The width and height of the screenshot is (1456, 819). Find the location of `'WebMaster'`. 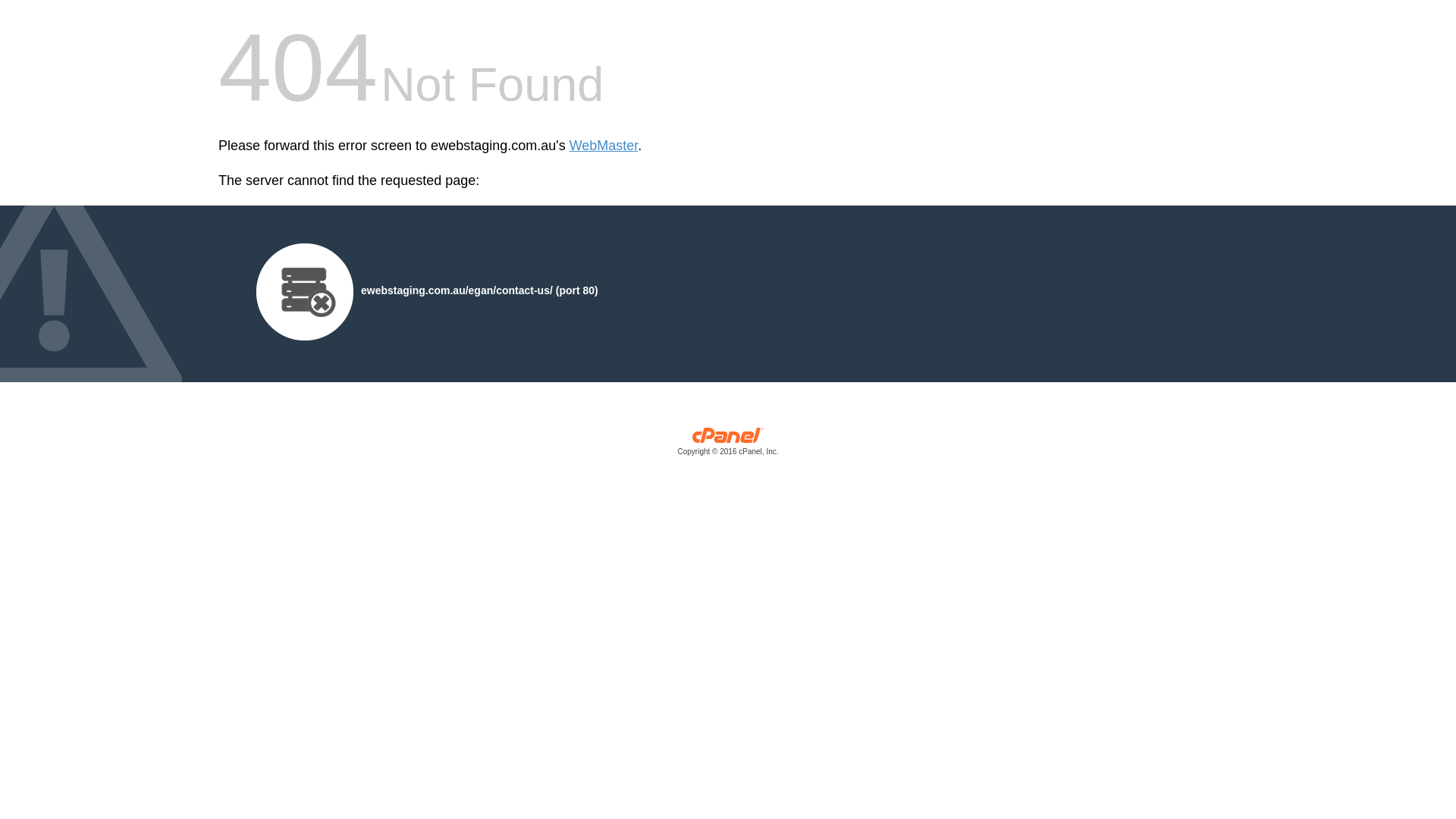

'WebMaster' is located at coordinates (568, 146).